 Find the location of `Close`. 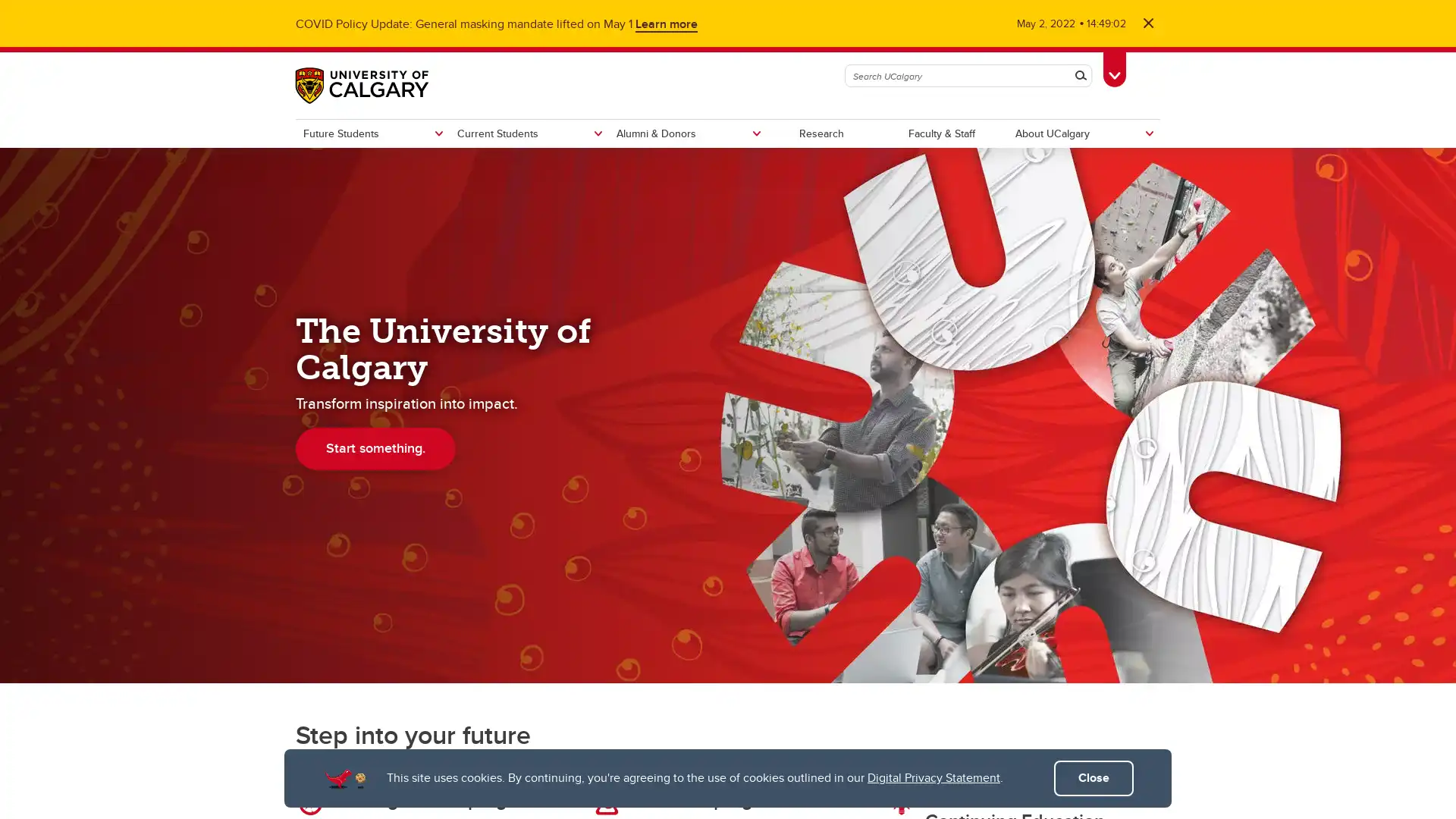

Close is located at coordinates (1094, 778).